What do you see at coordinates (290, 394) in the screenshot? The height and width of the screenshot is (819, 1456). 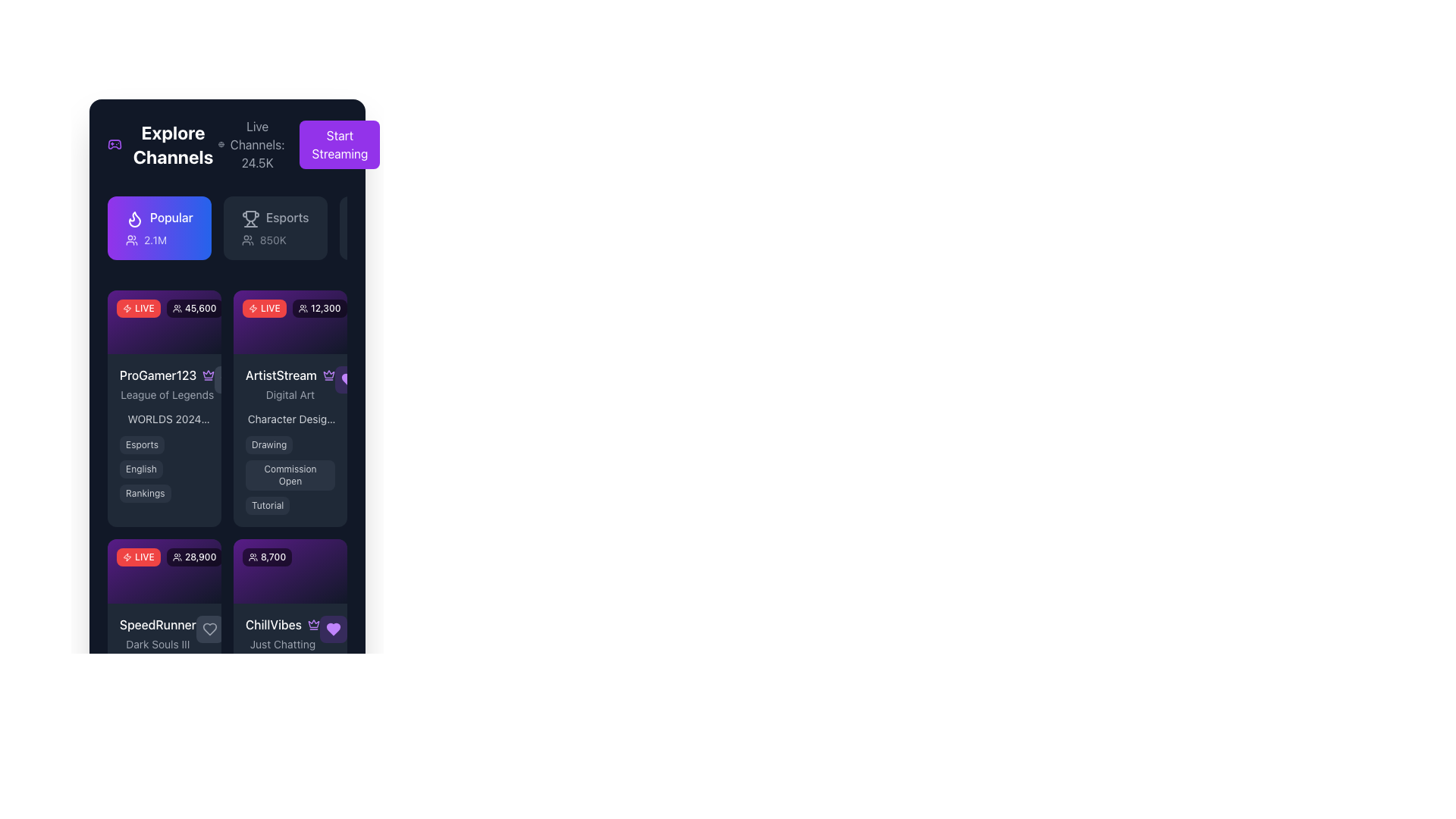 I see `the genre label text element located below the 'ArtistStream' title in the second column of the content card` at bounding box center [290, 394].